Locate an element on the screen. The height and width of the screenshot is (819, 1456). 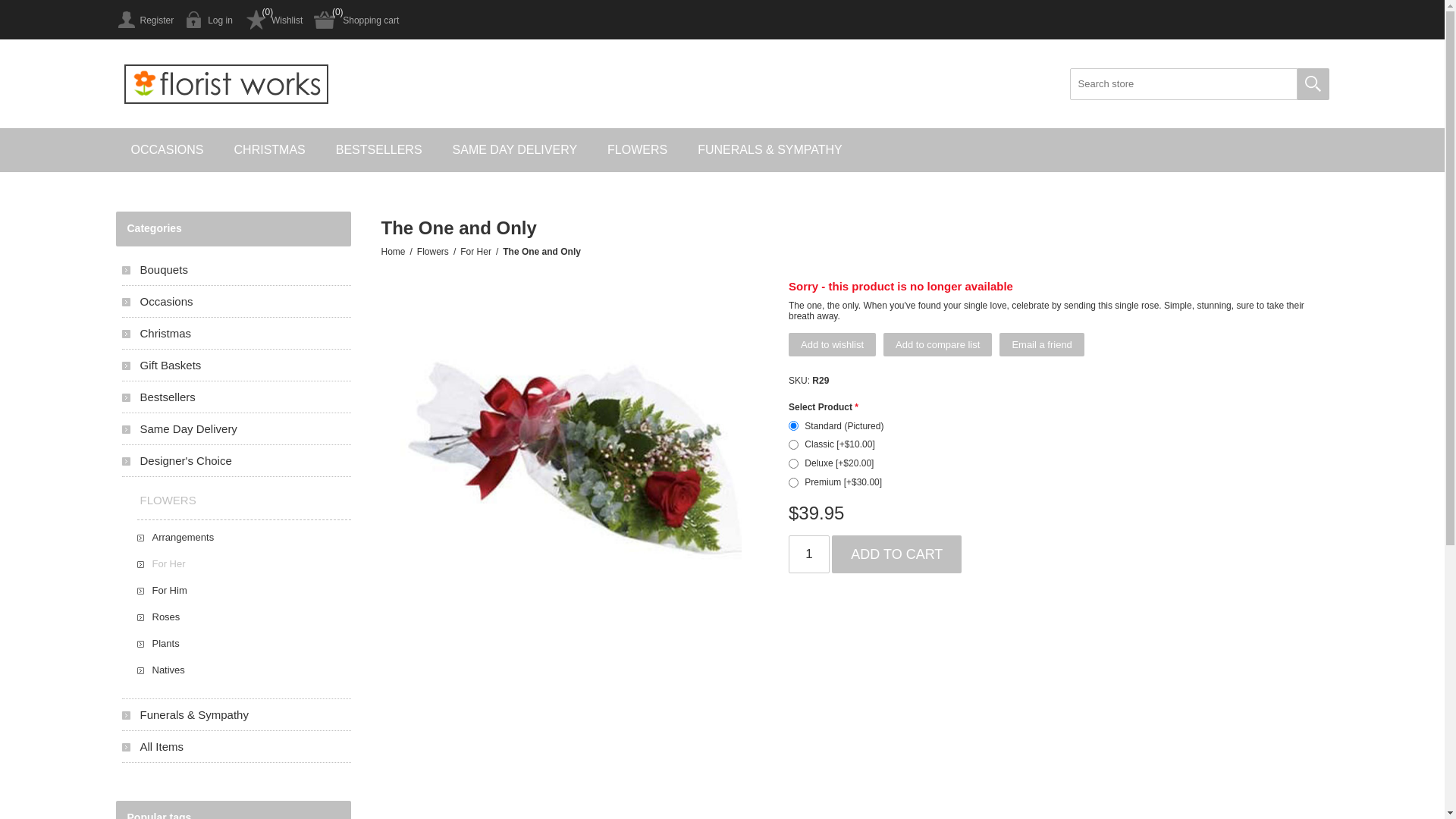
'Bouquets' is located at coordinates (235, 268).